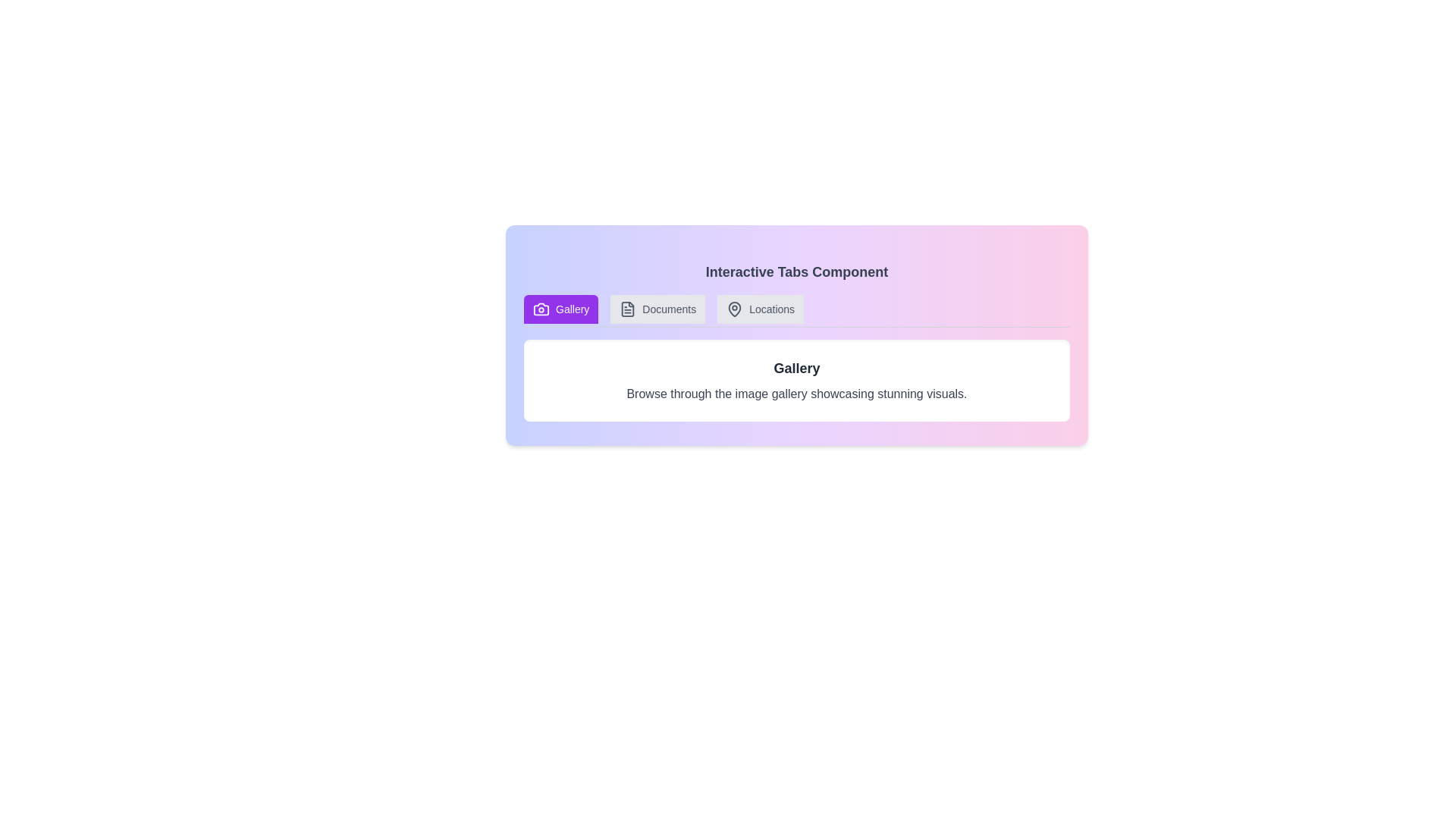 The height and width of the screenshot is (819, 1456). Describe the element at coordinates (761, 309) in the screenshot. I see `the Locations tab` at that location.